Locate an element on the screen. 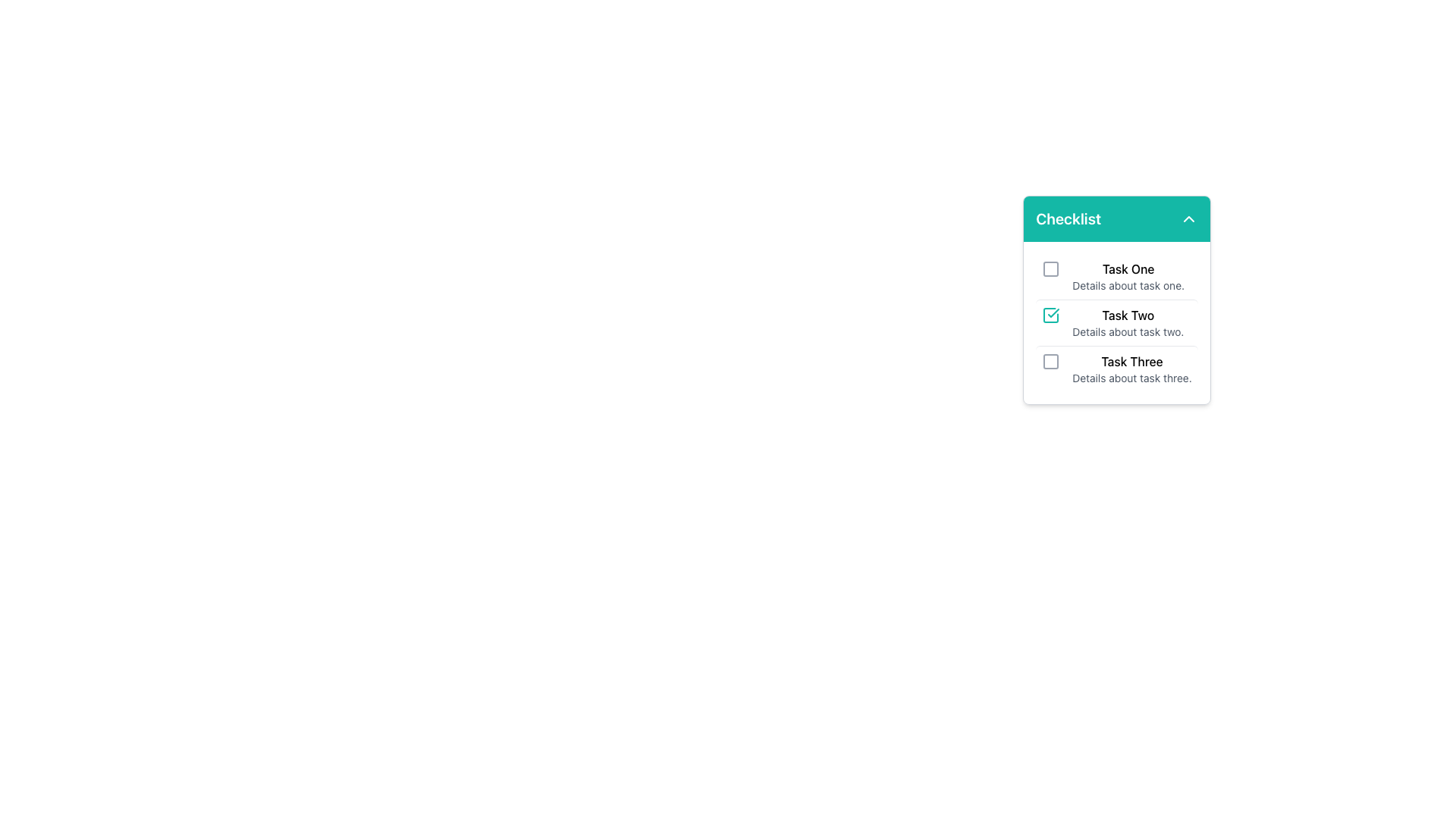 This screenshot has height=819, width=1456. the 'Checklist' text label, which is styled in a large, bold font and is located in the header area of the checklist interface is located at coordinates (1068, 219).